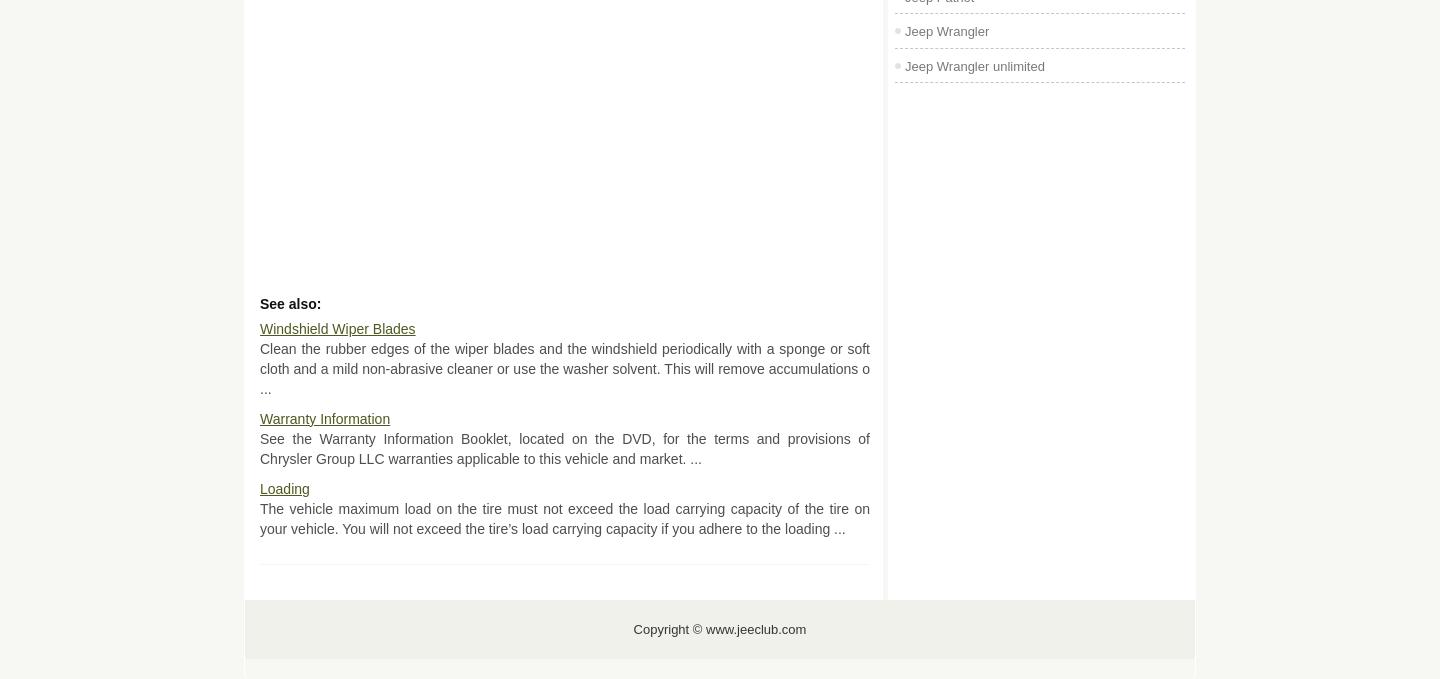 This screenshot has height=679, width=1440. What do you see at coordinates (565, 517) in the screenshot?
I see `'The vehicle maximum load on the tire must not exceed 
the load carrying capacity of the tire on your vehicle. You 
will not exceed the tire’s load carrying capacity if you 
adhere to the loading  ...'` at bounding box center [565, 517].